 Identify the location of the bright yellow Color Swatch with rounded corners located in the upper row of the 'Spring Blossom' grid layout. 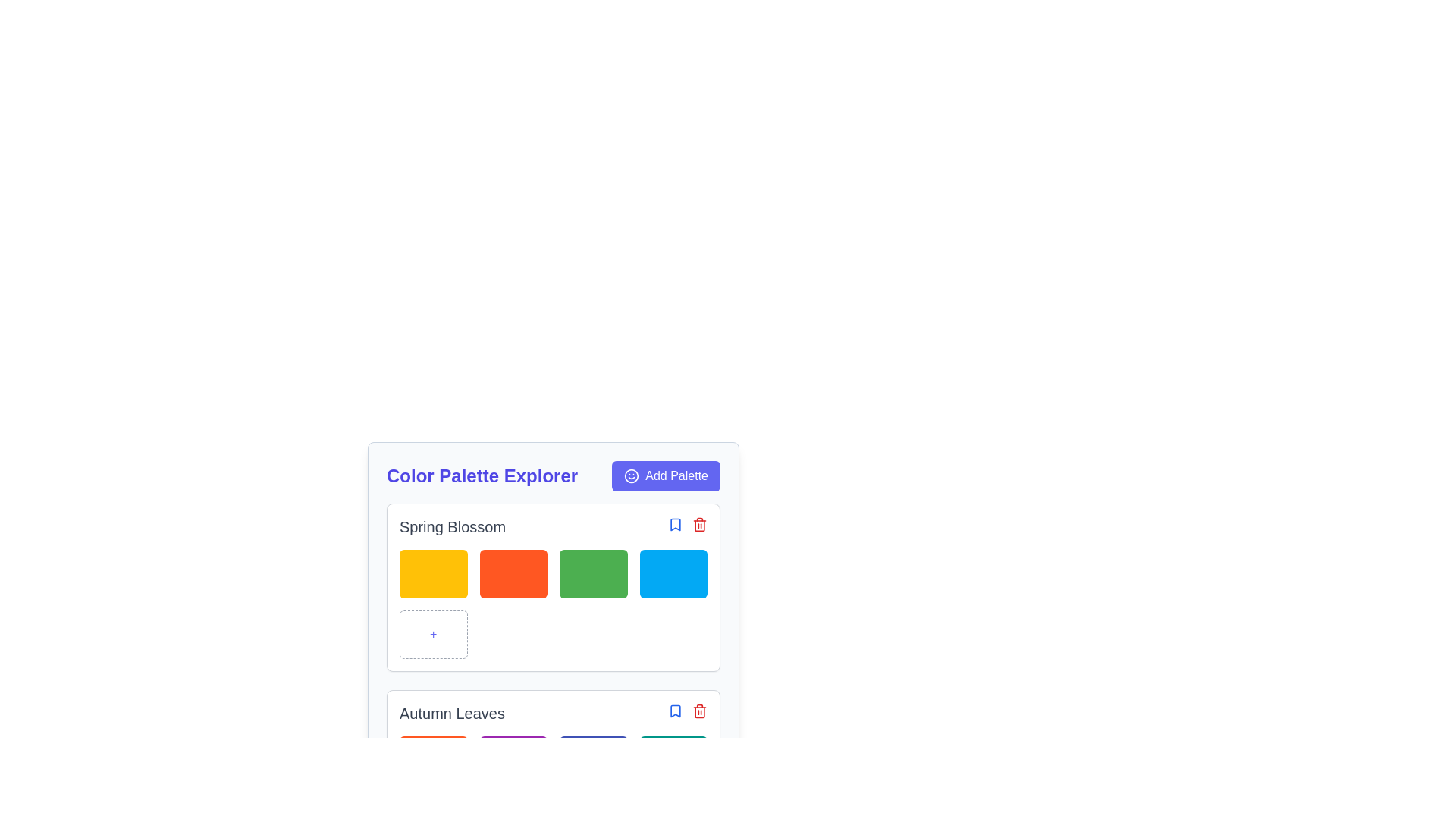
(432, 573).